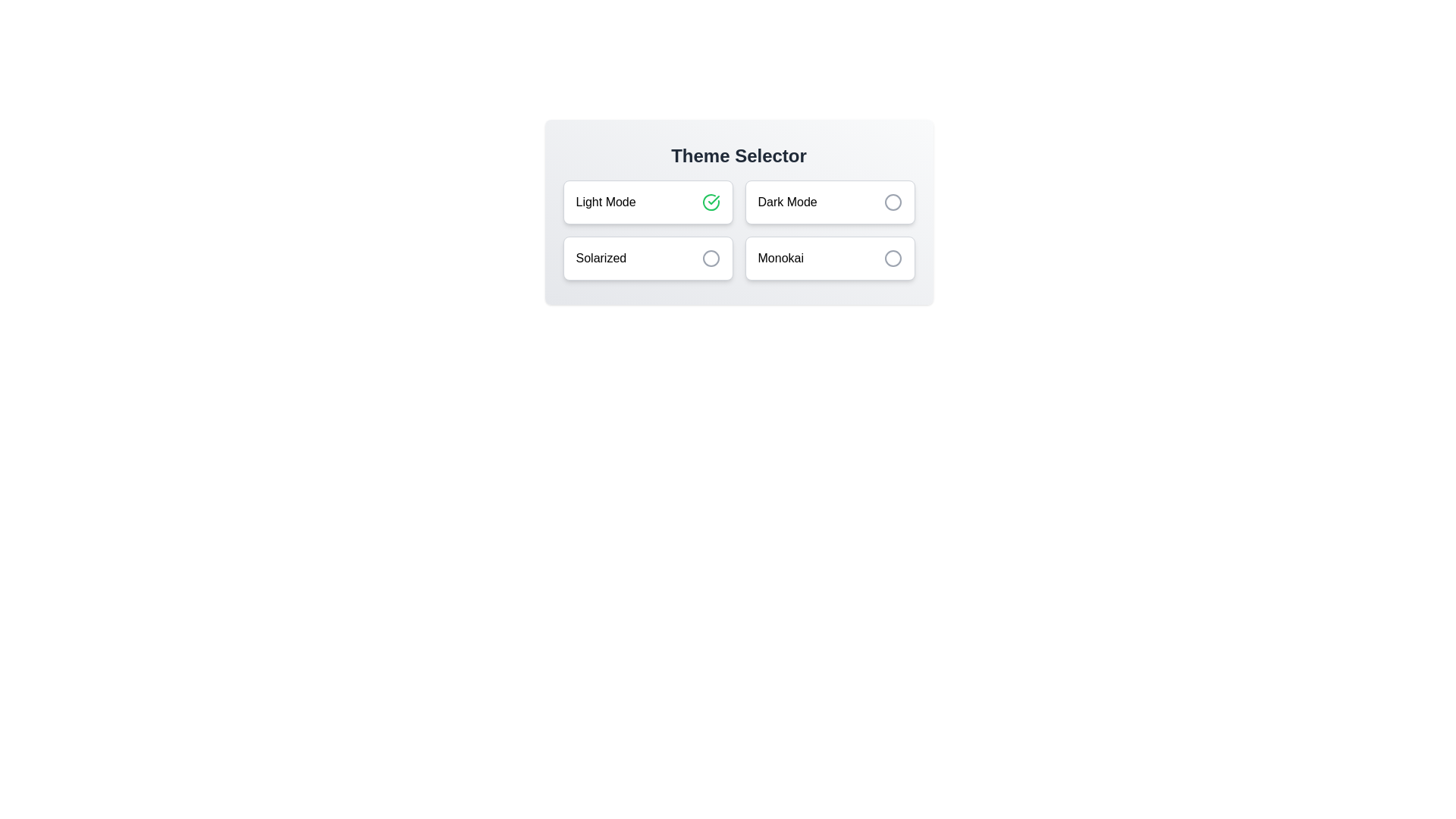 This screenshot has width=1456, height=819. Describe the element at coordinates (829, 201) in the screenshot. I see `the button corresponding to the theme Dark Mode` at that location.